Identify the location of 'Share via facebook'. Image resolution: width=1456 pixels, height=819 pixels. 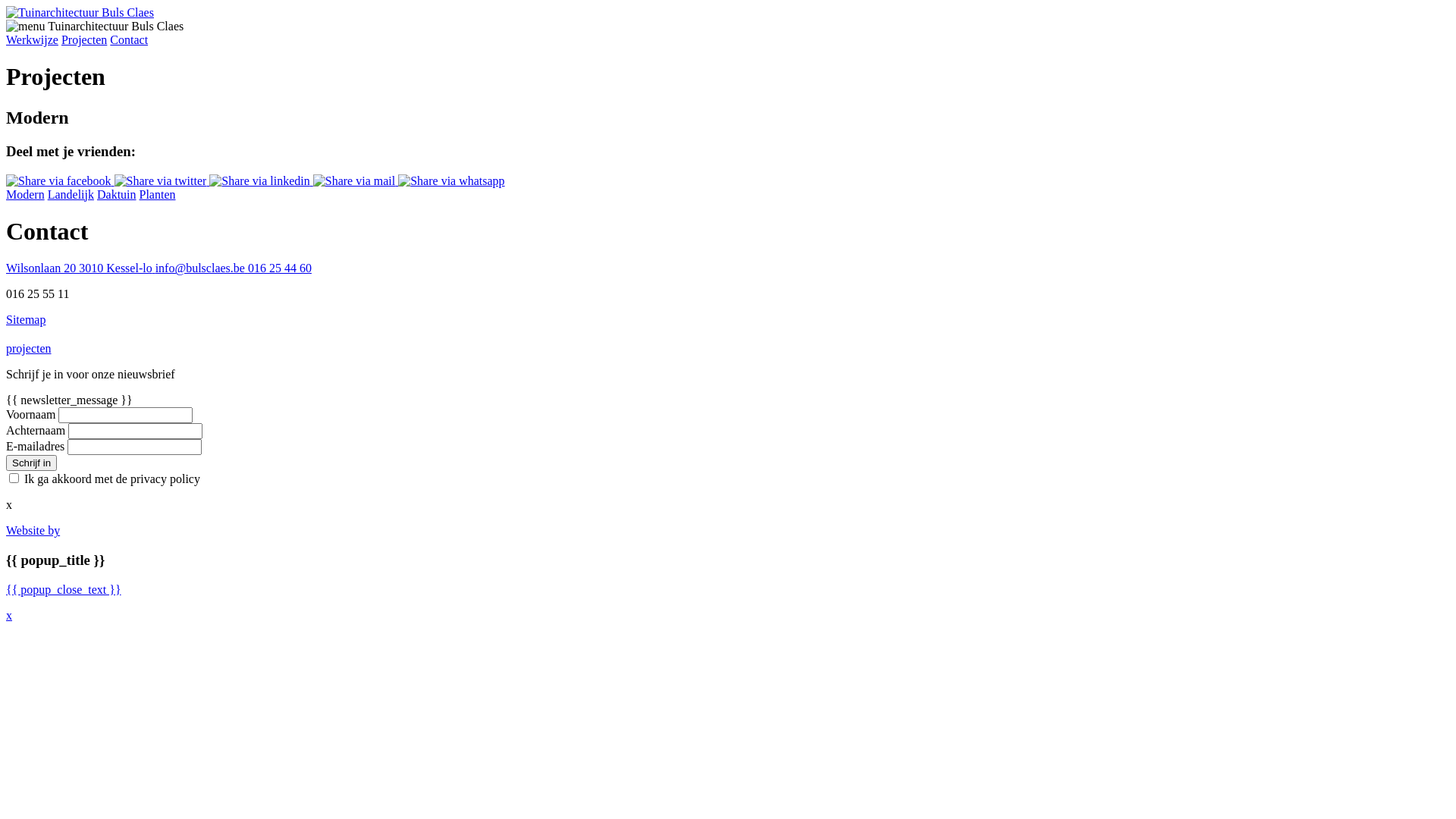
(60, 180).